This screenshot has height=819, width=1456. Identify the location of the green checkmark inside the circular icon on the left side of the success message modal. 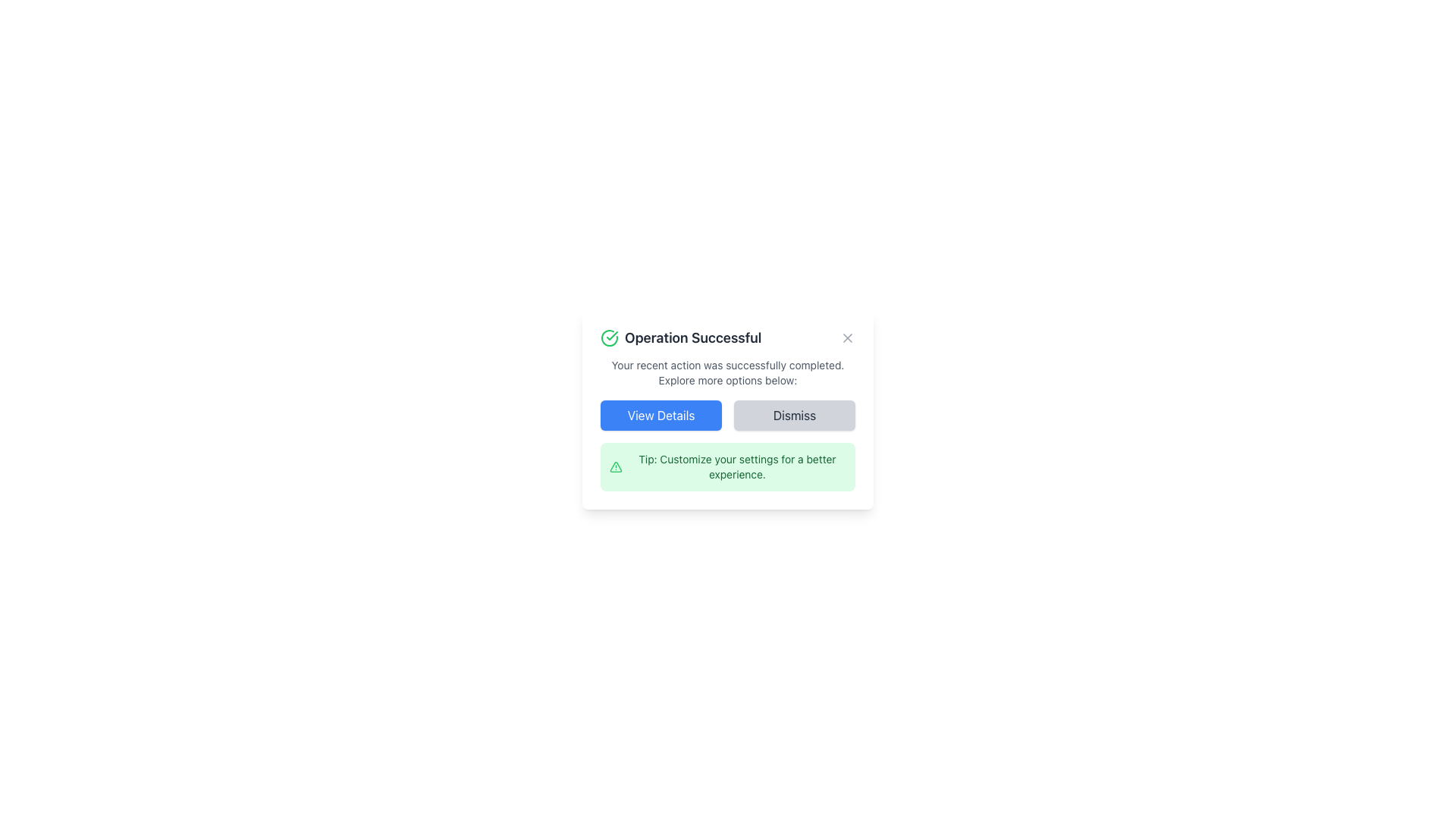
(612, 335).